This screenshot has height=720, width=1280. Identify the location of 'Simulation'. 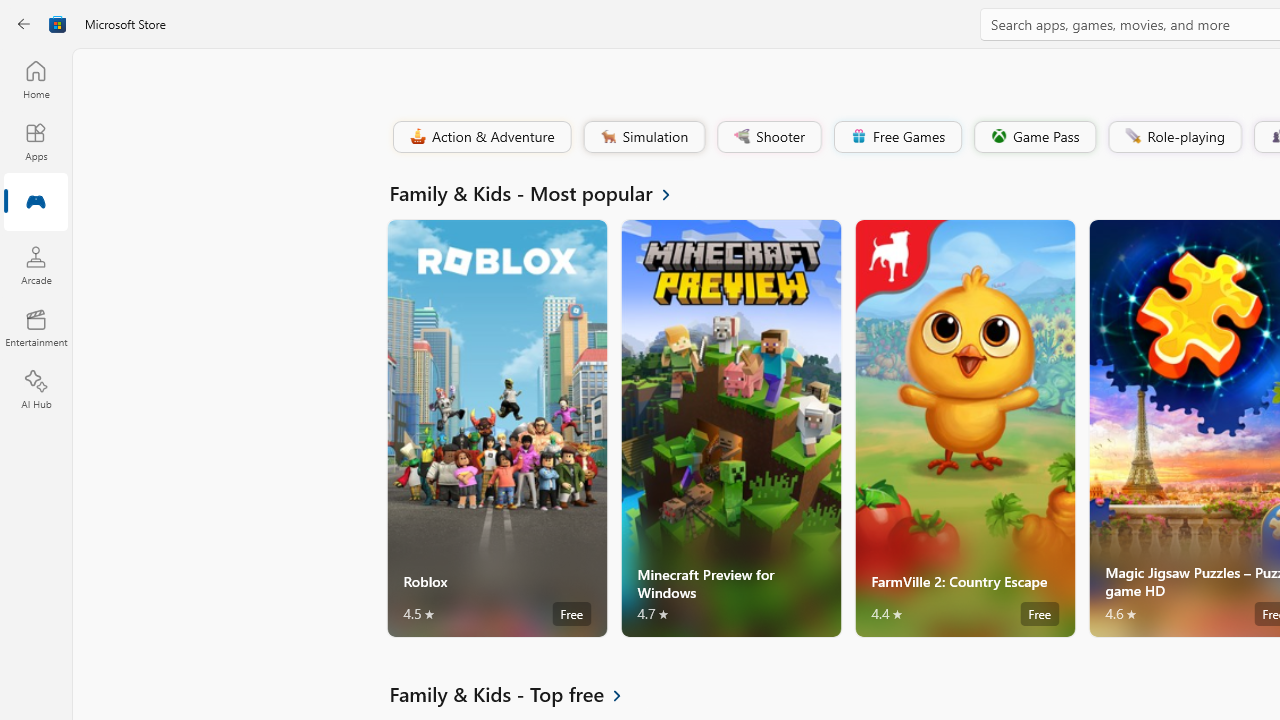
(643, 135).